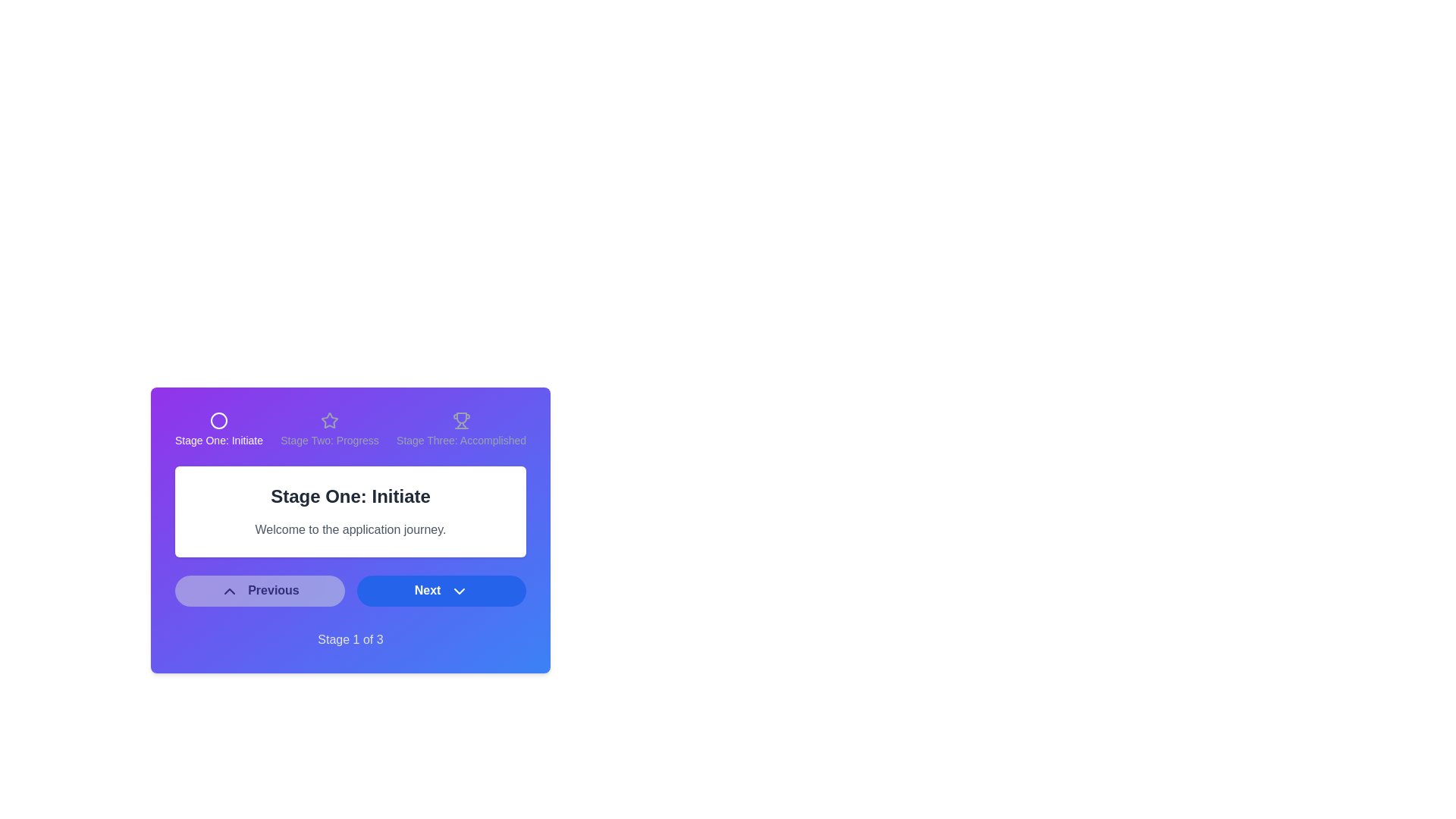  Describe the element at coordinates (329, 441) in the screenshot. I see `text of the label that indicates the current progress stage, which says 'Stage Two: Progress' and is centrally located in the progress indicator sequence` at that location.